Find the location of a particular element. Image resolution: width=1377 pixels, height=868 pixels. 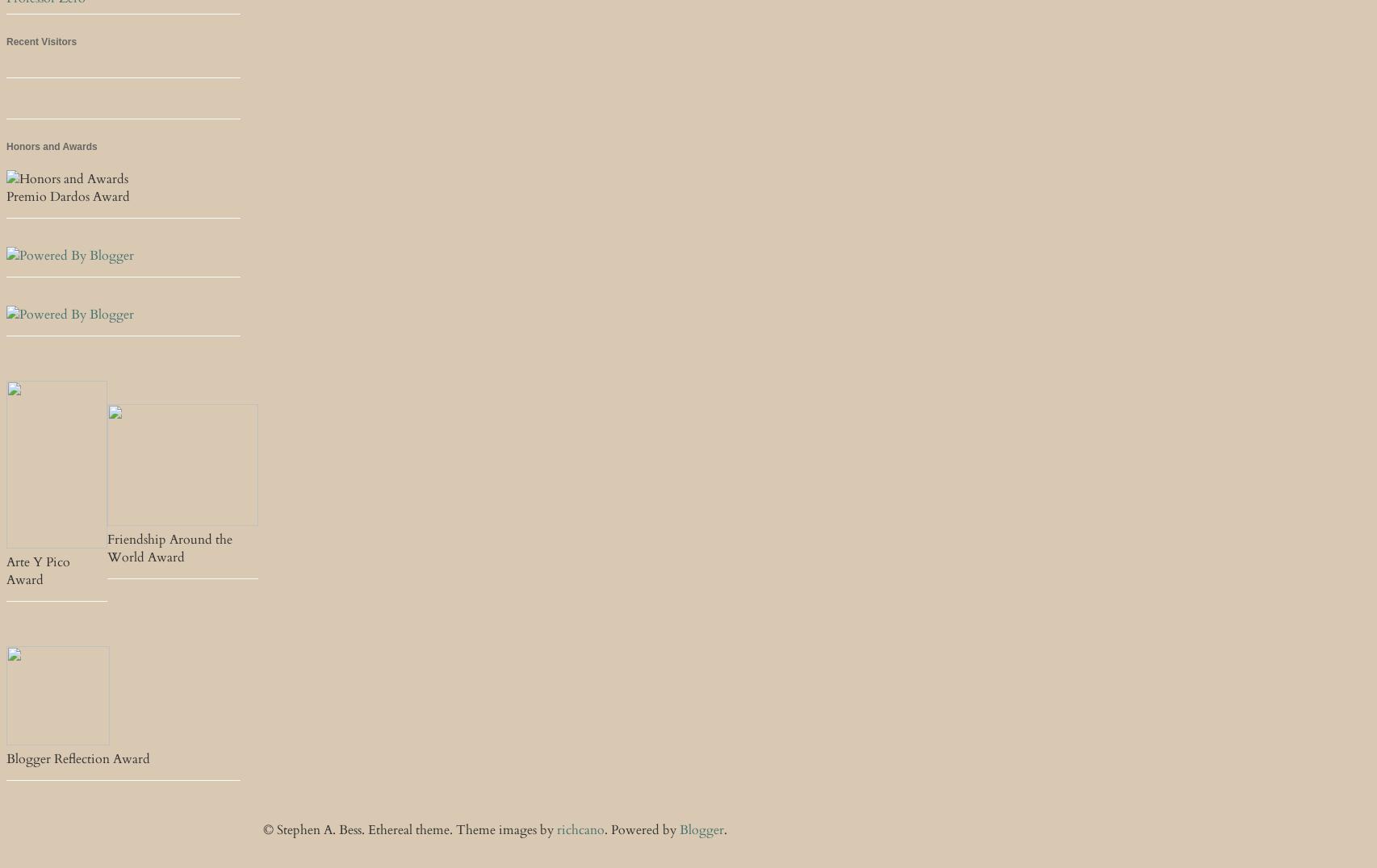

'Blogger' is located at coordinates (701, 828).